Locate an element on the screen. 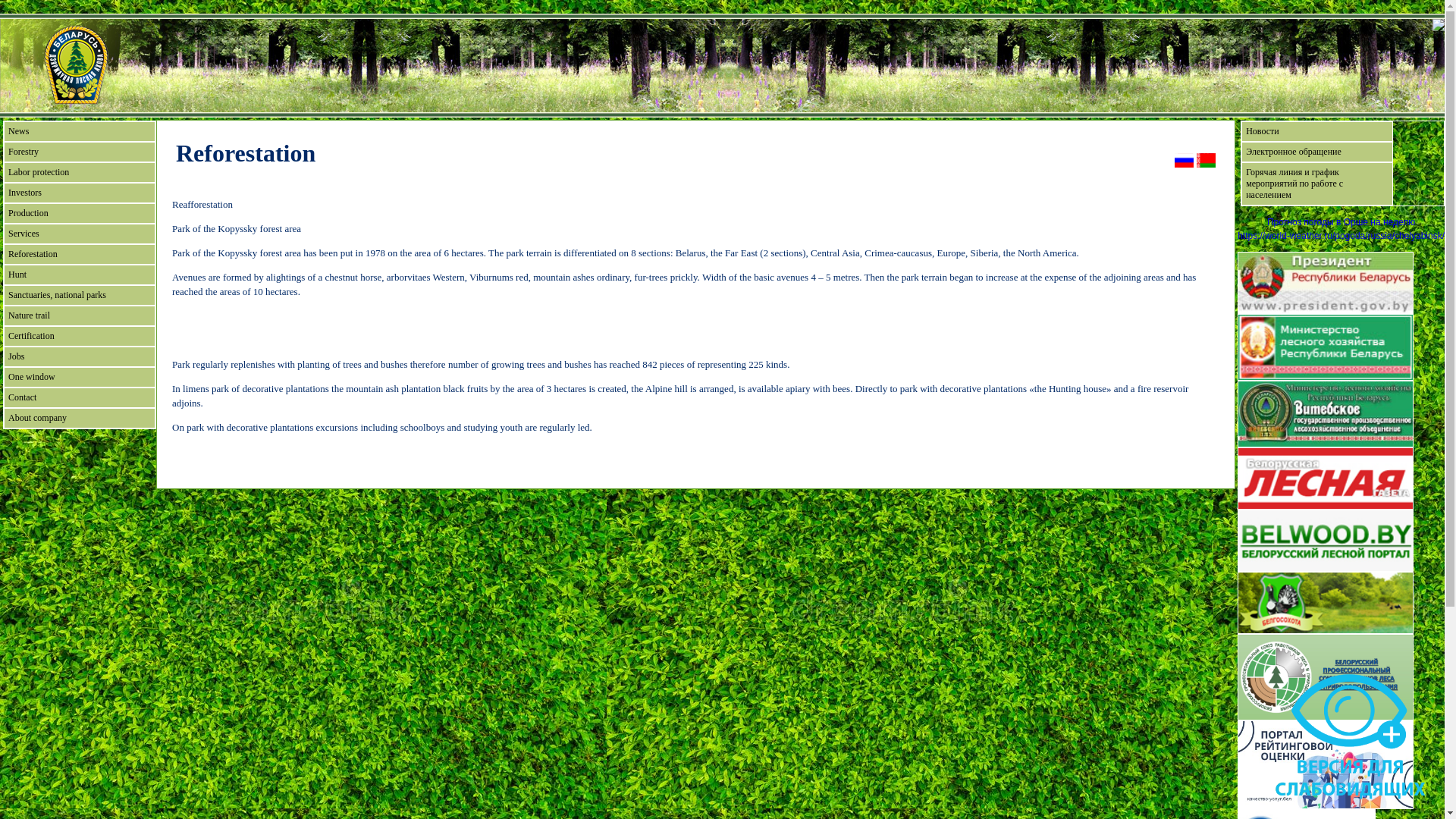  'Forestry' is located at coordinates (3, 152).